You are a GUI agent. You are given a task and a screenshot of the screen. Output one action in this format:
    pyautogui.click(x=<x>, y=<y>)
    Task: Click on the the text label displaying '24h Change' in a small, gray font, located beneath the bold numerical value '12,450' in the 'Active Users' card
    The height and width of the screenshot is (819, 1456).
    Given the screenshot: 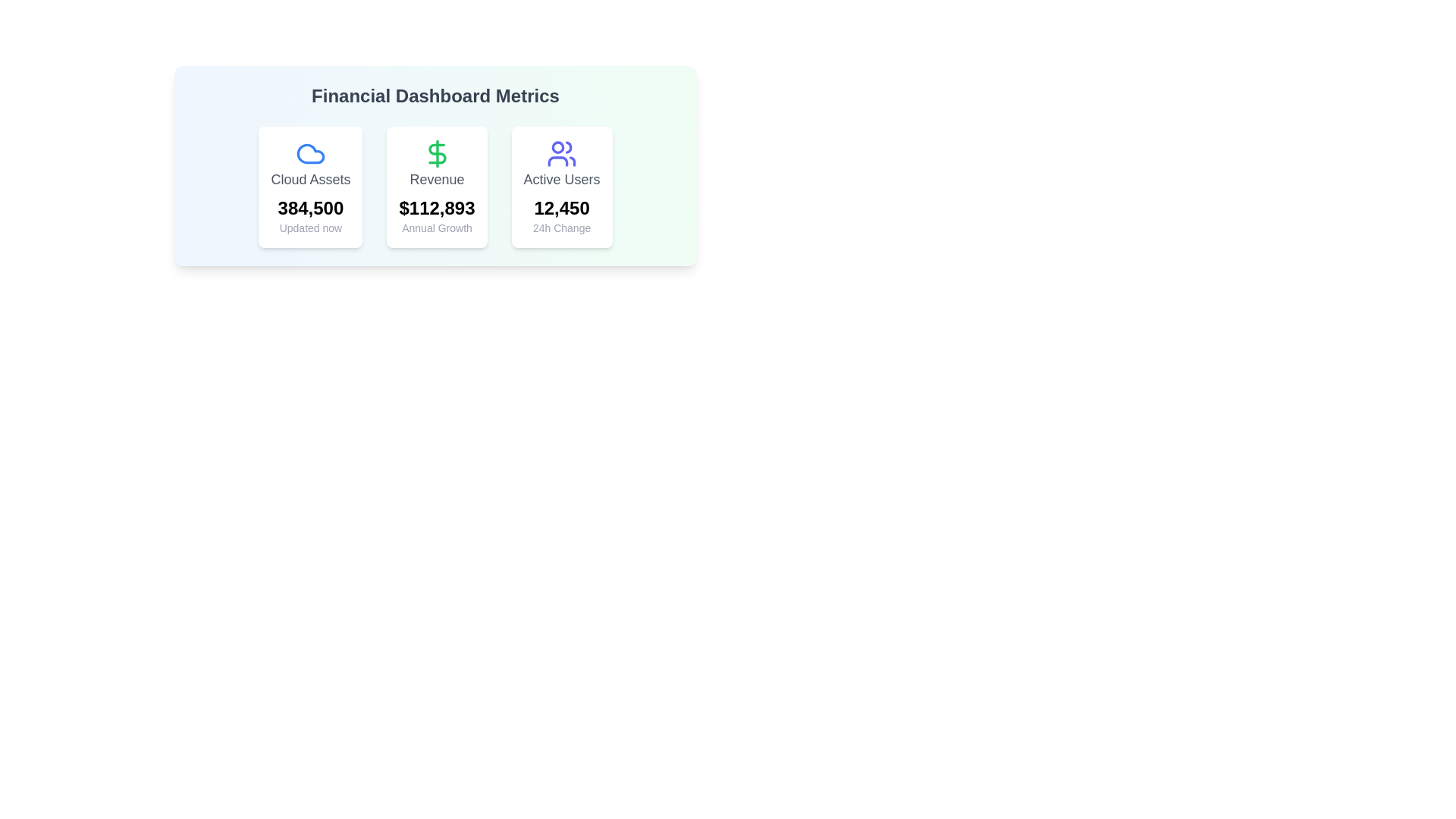 What is the action you would take?
    pyautogui.click(x=561, y=227)
    